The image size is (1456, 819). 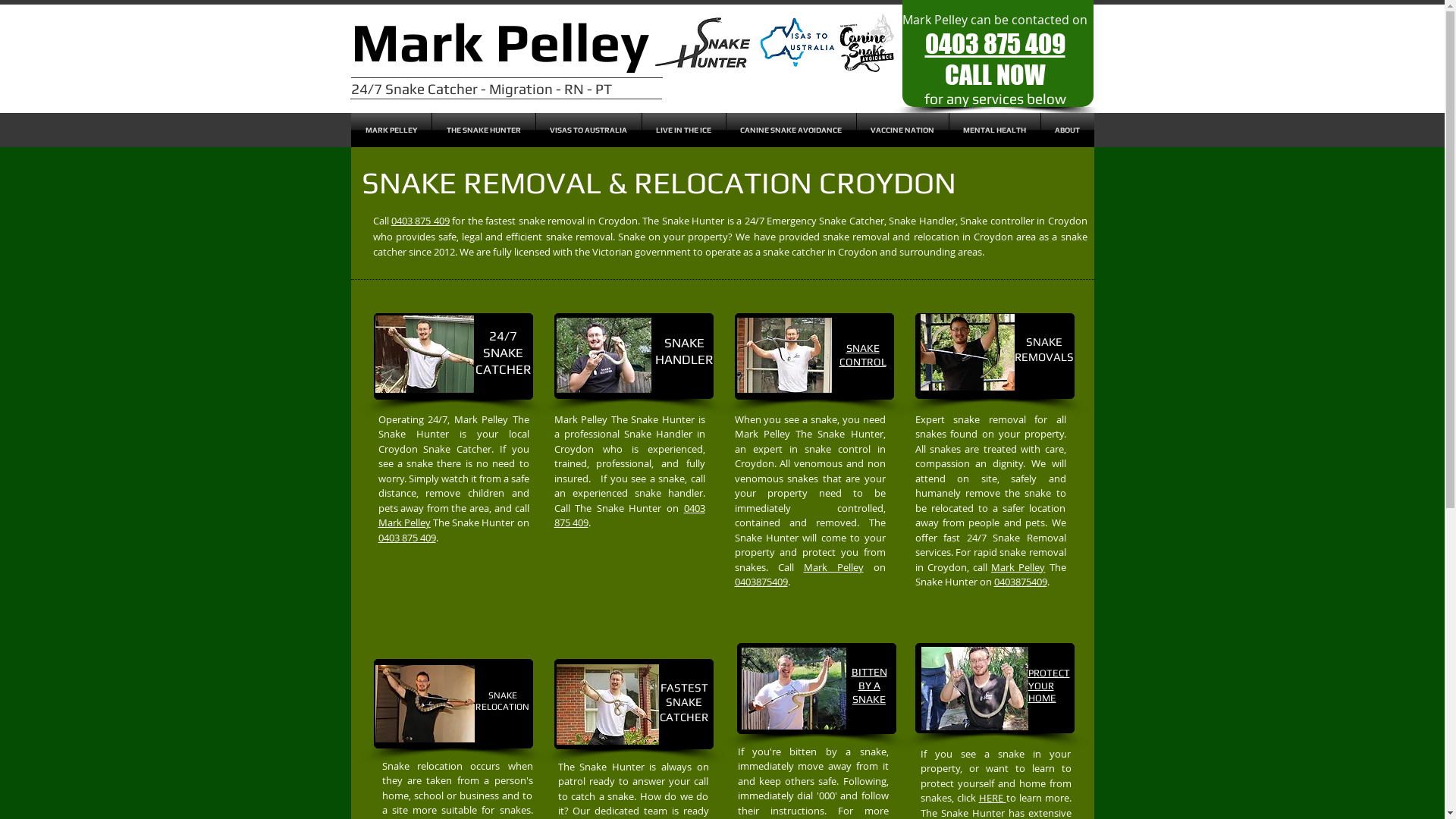 I want to click on 'CANINE SNAKE AVOIDANCE', so click(x=726, y=129).